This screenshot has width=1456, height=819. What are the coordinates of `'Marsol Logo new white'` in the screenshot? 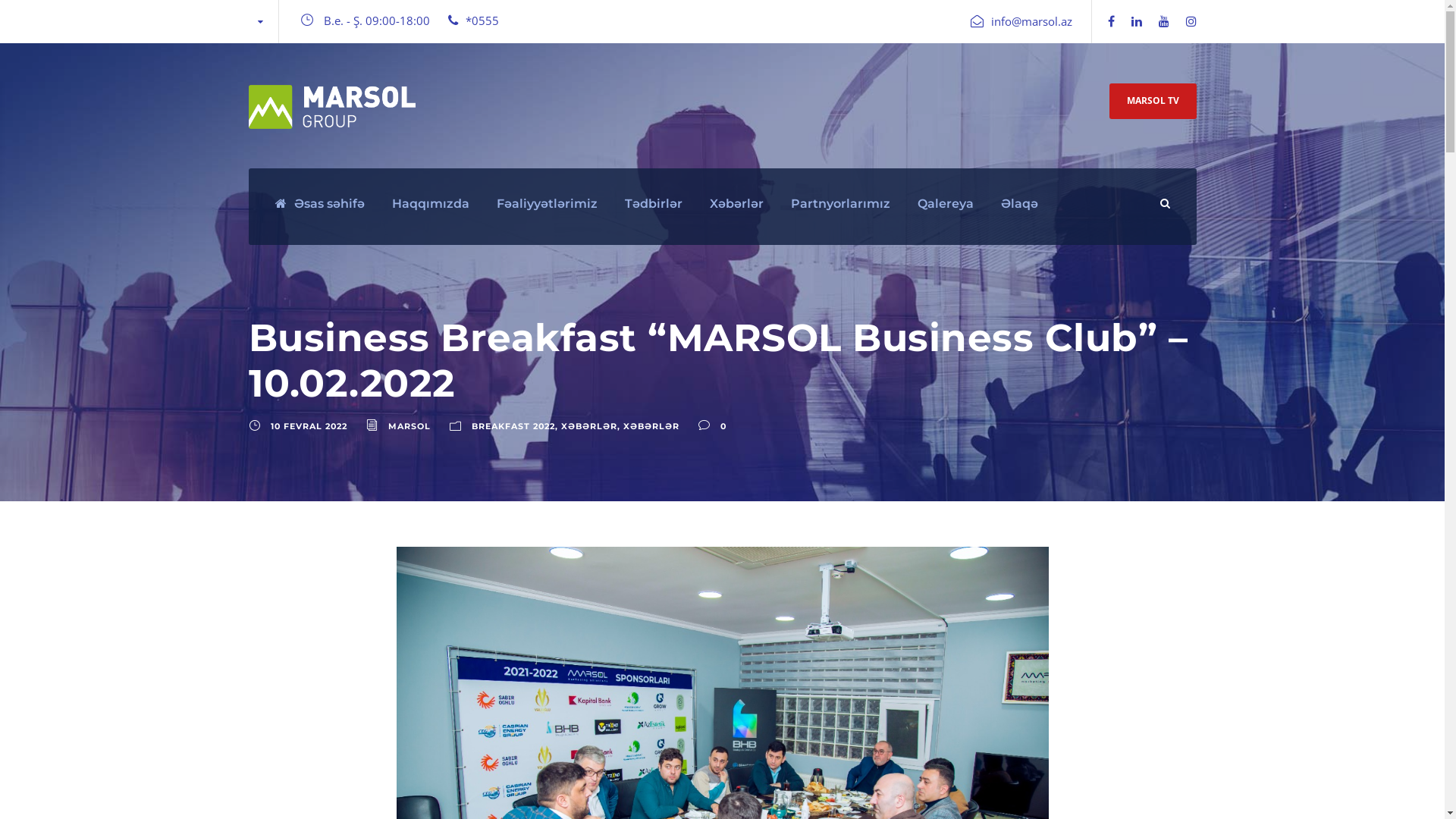 It's located at (331, 106).